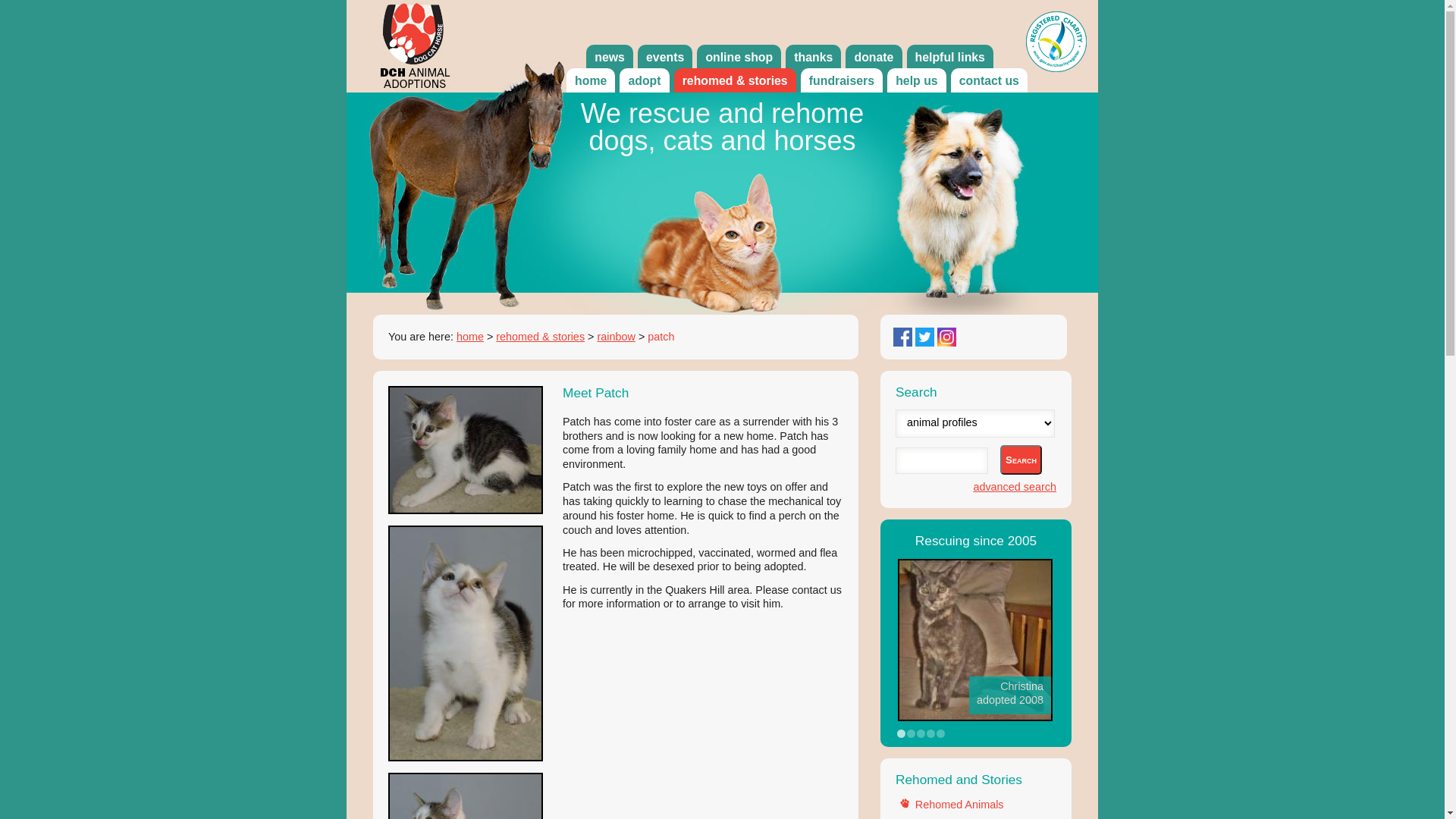  What do you see at coordinates (739, 57) in the screenshot?
I see `'online shop'` at bounding box center [739, 57].